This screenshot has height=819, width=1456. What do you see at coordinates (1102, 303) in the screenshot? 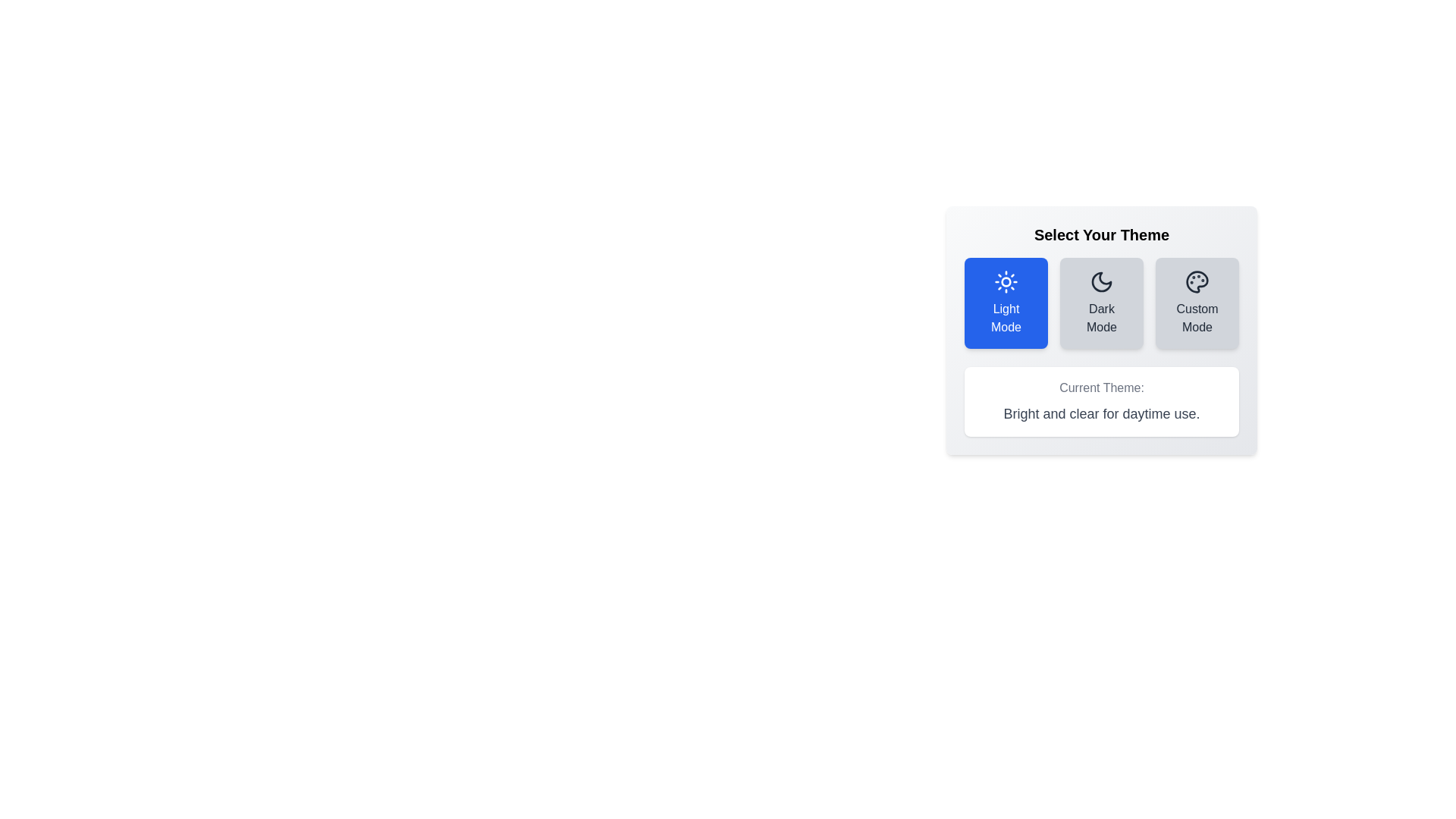
I see `the button corresponding to the desired theme: Dark Mode` at bounding box center [1102, 303].